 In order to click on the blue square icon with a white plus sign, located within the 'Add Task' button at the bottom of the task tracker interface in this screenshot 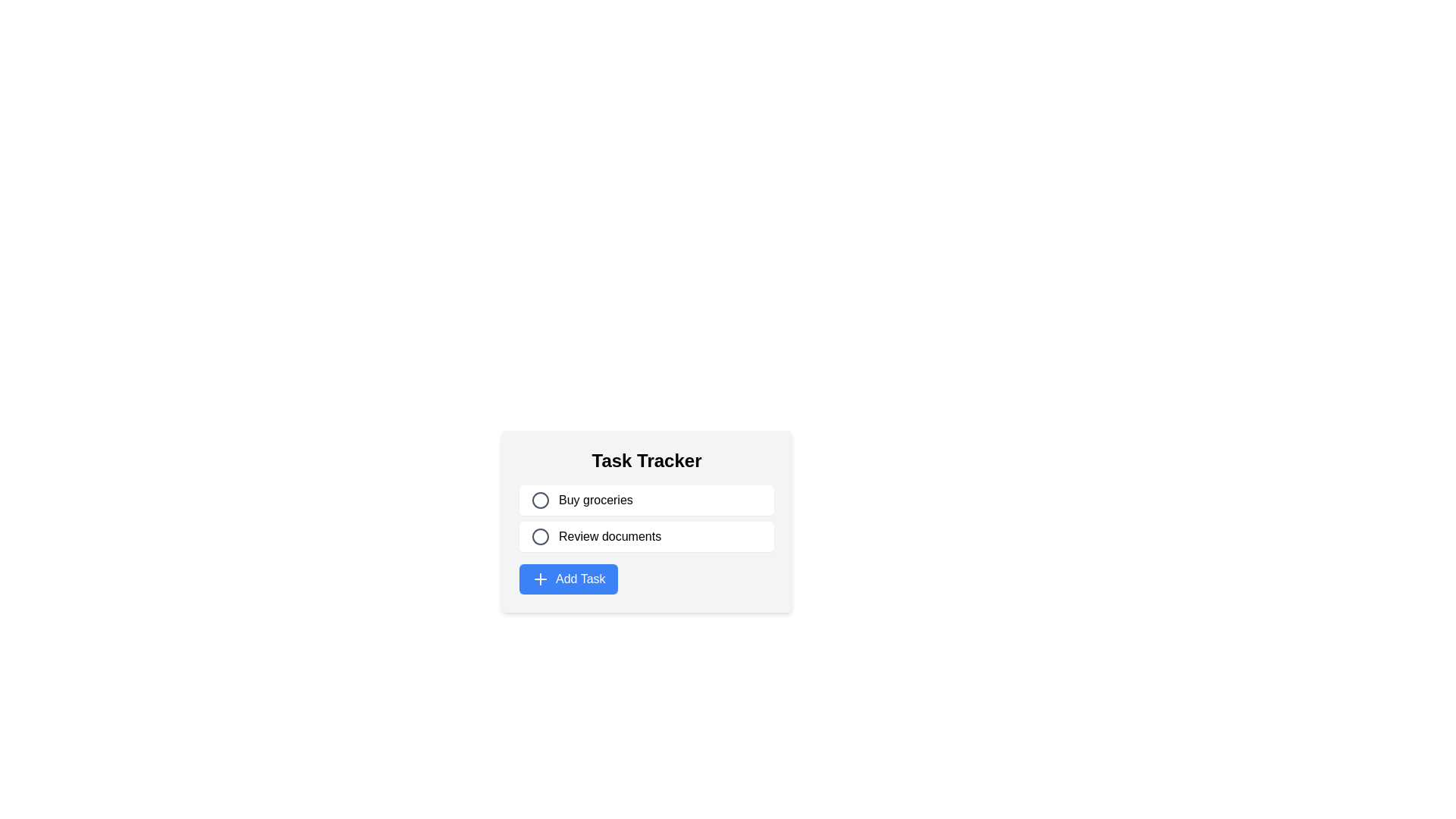, I will do `click(541, 579)`.